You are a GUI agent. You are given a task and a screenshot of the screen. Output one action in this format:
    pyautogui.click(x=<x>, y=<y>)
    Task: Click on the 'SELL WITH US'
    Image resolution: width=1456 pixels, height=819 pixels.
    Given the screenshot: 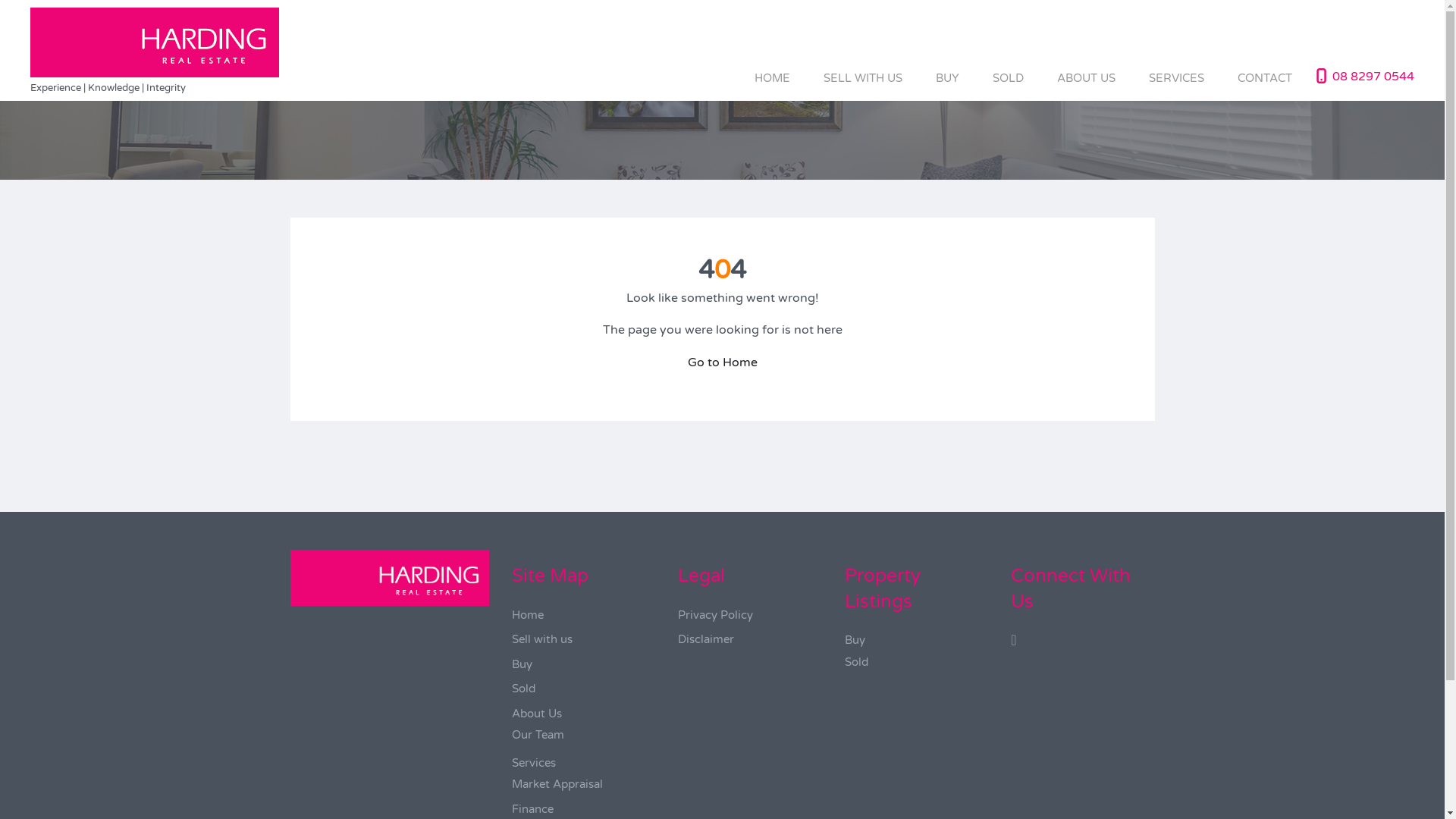 What is the action you would take?
    pyautogui.click(x=862, y=77)
    